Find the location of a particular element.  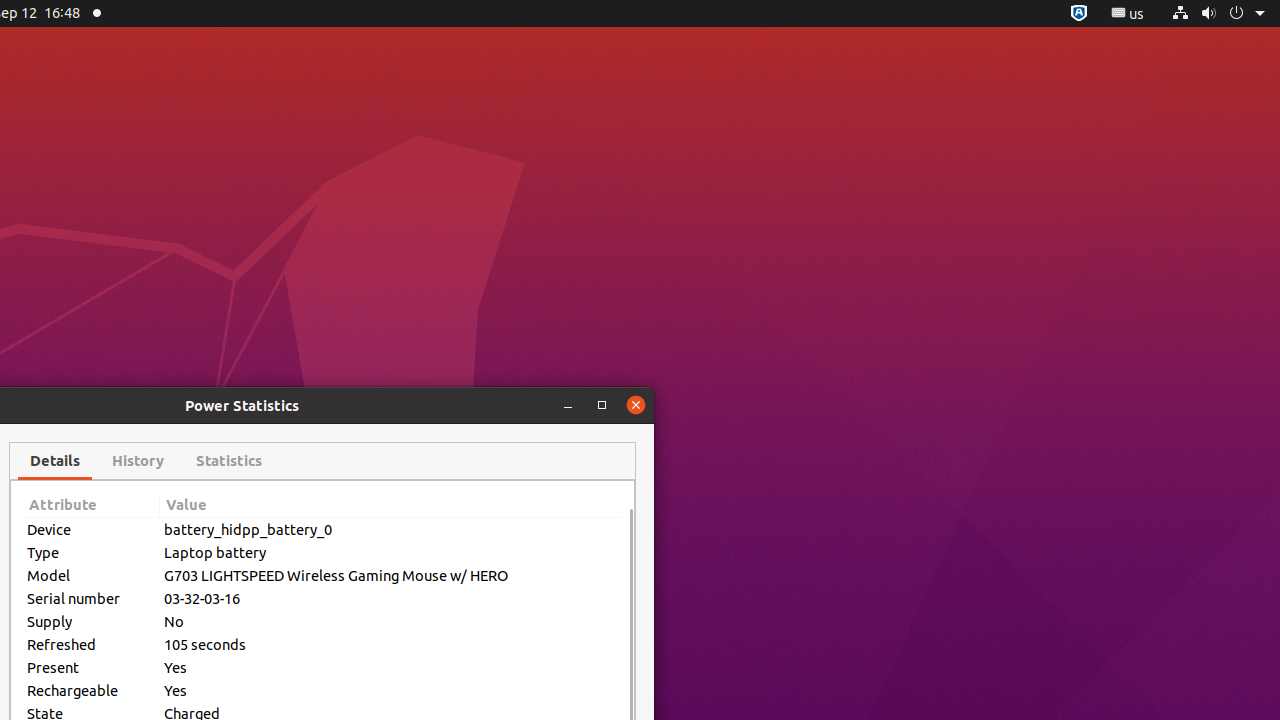

'Details' is located at coordinates (55, 461).